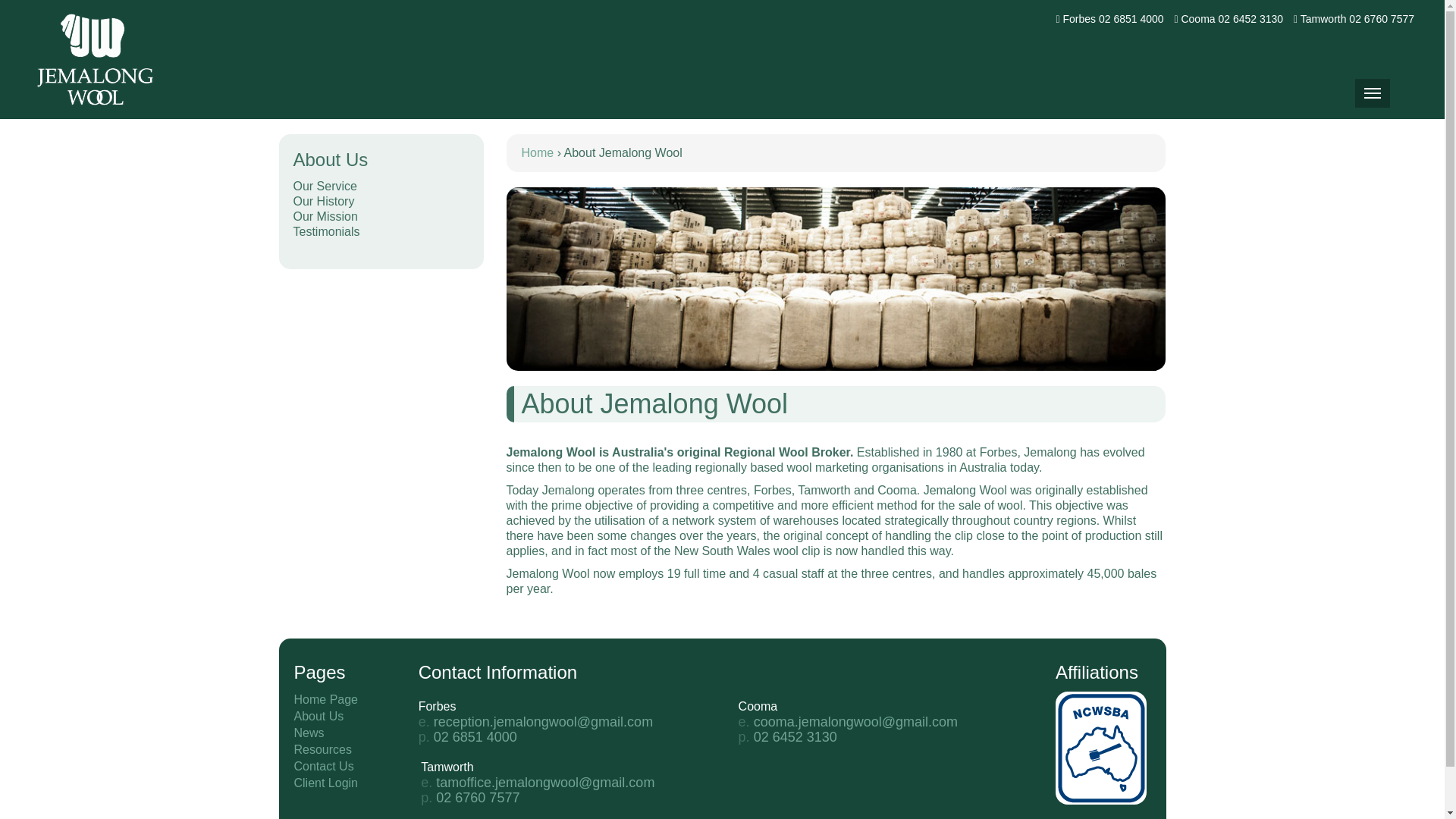 This screenshot has width=1456, height=819. What do you see at coordinates (292, 201) in the screenshot?
I see `'Our History'` at bounding box center [292, 201].